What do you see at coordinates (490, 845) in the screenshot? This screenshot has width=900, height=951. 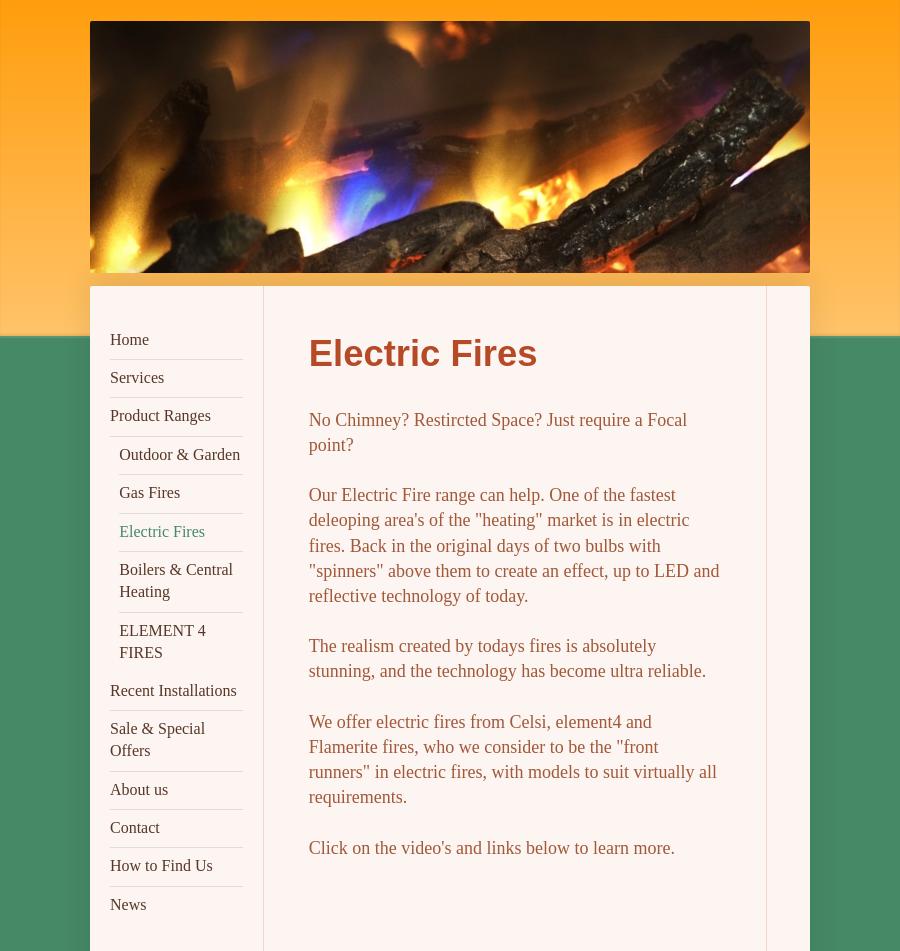 I see `'Click on the video's and links below to learn more.'` at bounding box center [490, 845].